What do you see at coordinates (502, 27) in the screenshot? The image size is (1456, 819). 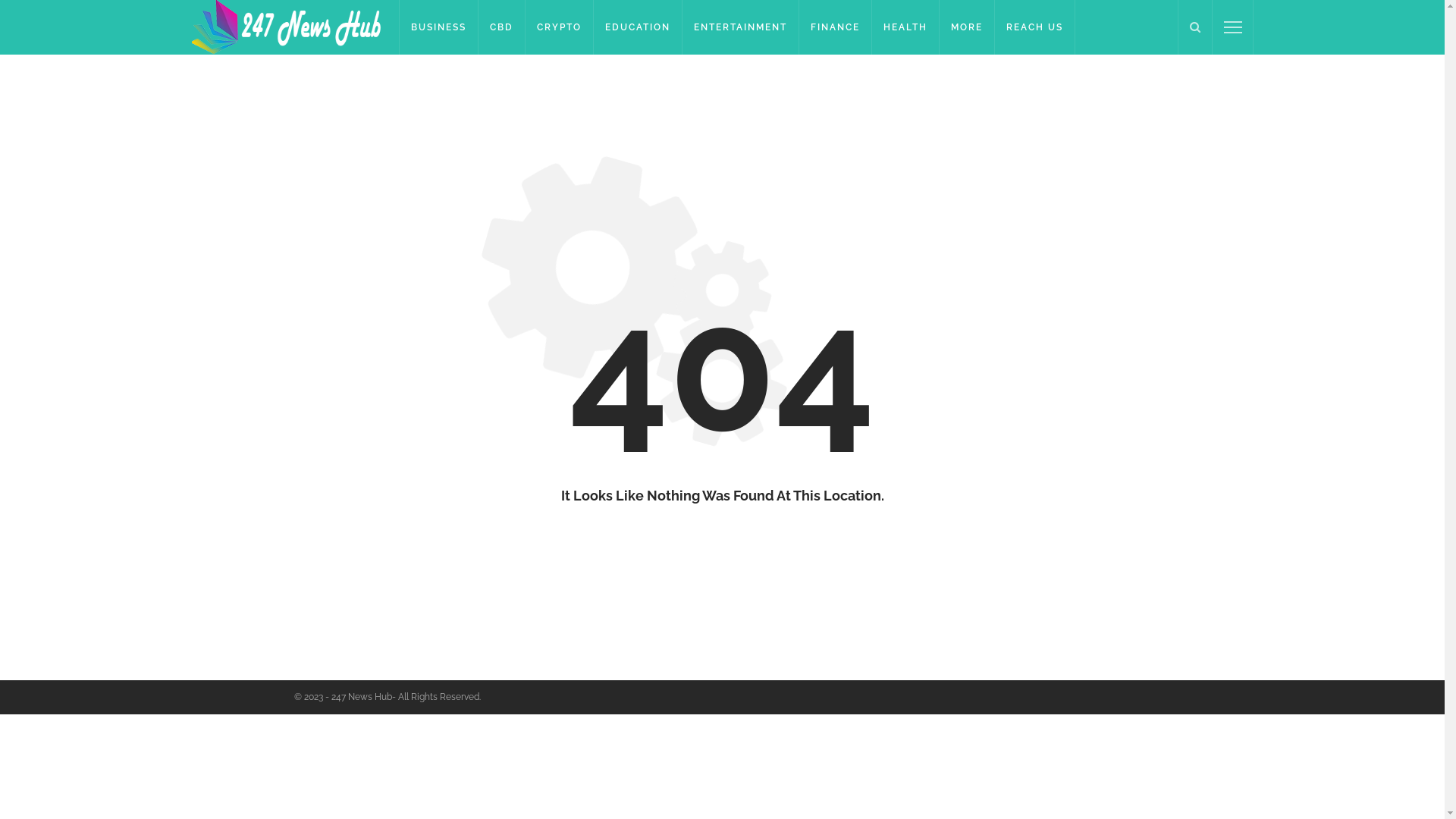 I see `'CBD'` at bounding box center [502, 27].